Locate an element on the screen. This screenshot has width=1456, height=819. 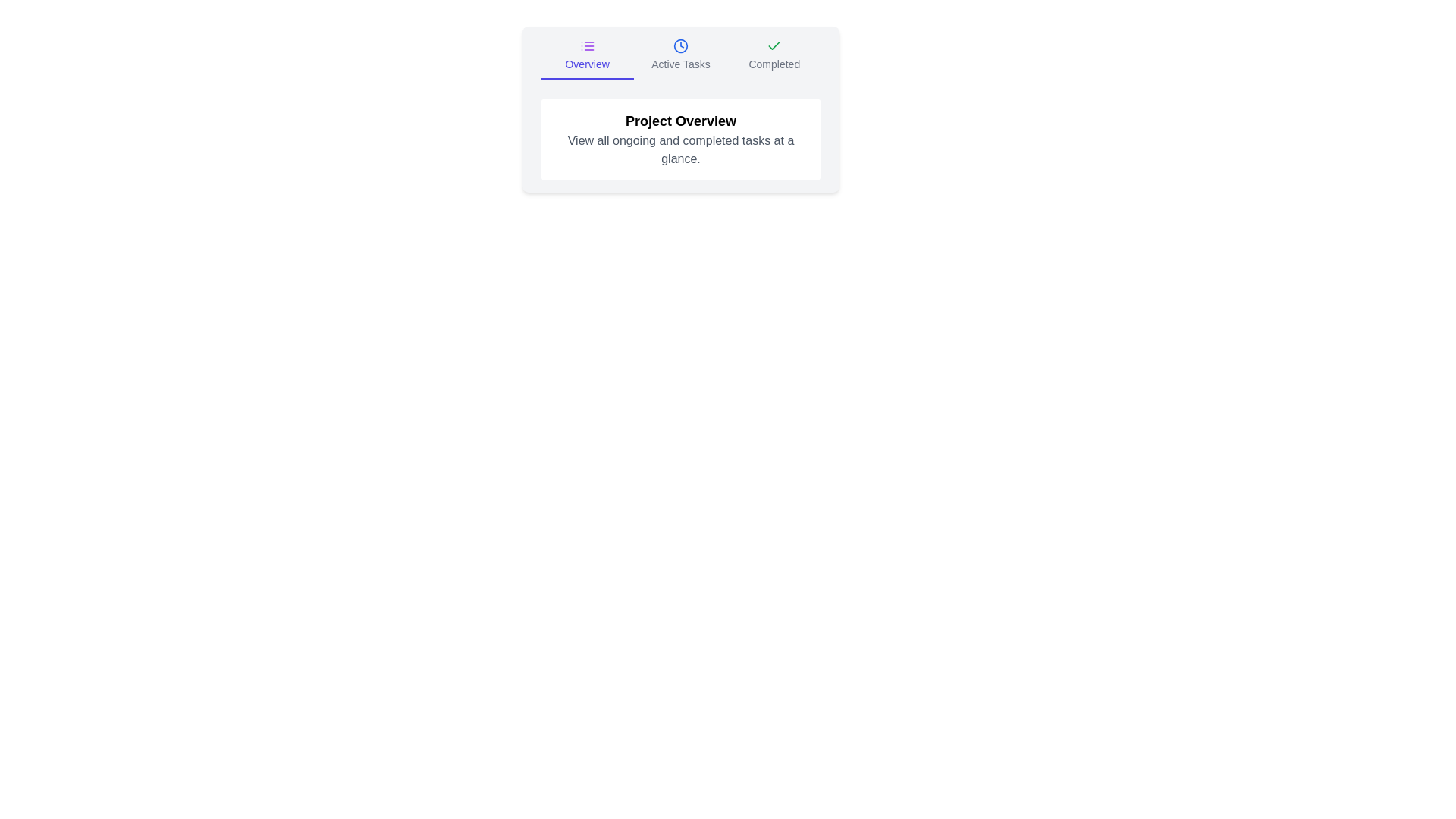
the Active Tasks tab is located at coordinates (679, 58).